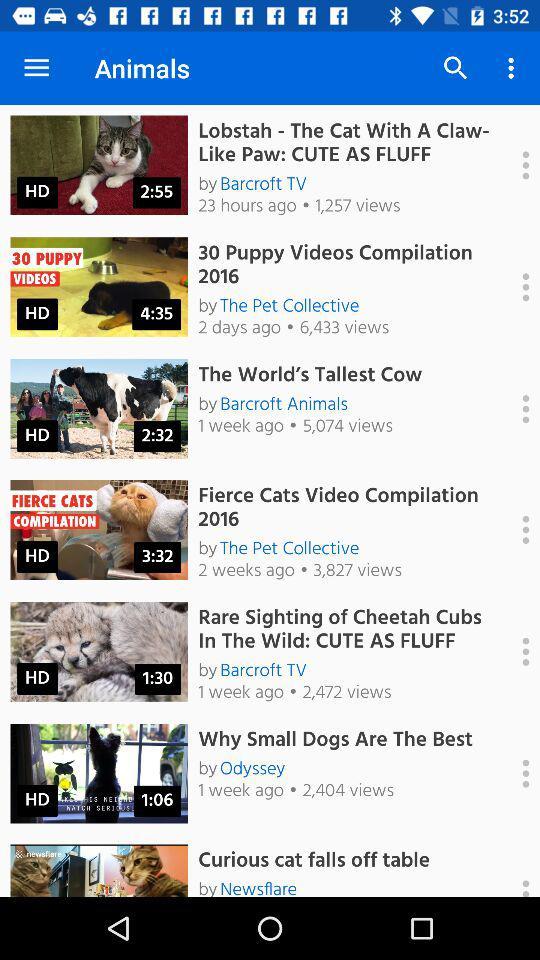 This screenshot has width=540, height=960. I want to click on expant, so click(515, 408).